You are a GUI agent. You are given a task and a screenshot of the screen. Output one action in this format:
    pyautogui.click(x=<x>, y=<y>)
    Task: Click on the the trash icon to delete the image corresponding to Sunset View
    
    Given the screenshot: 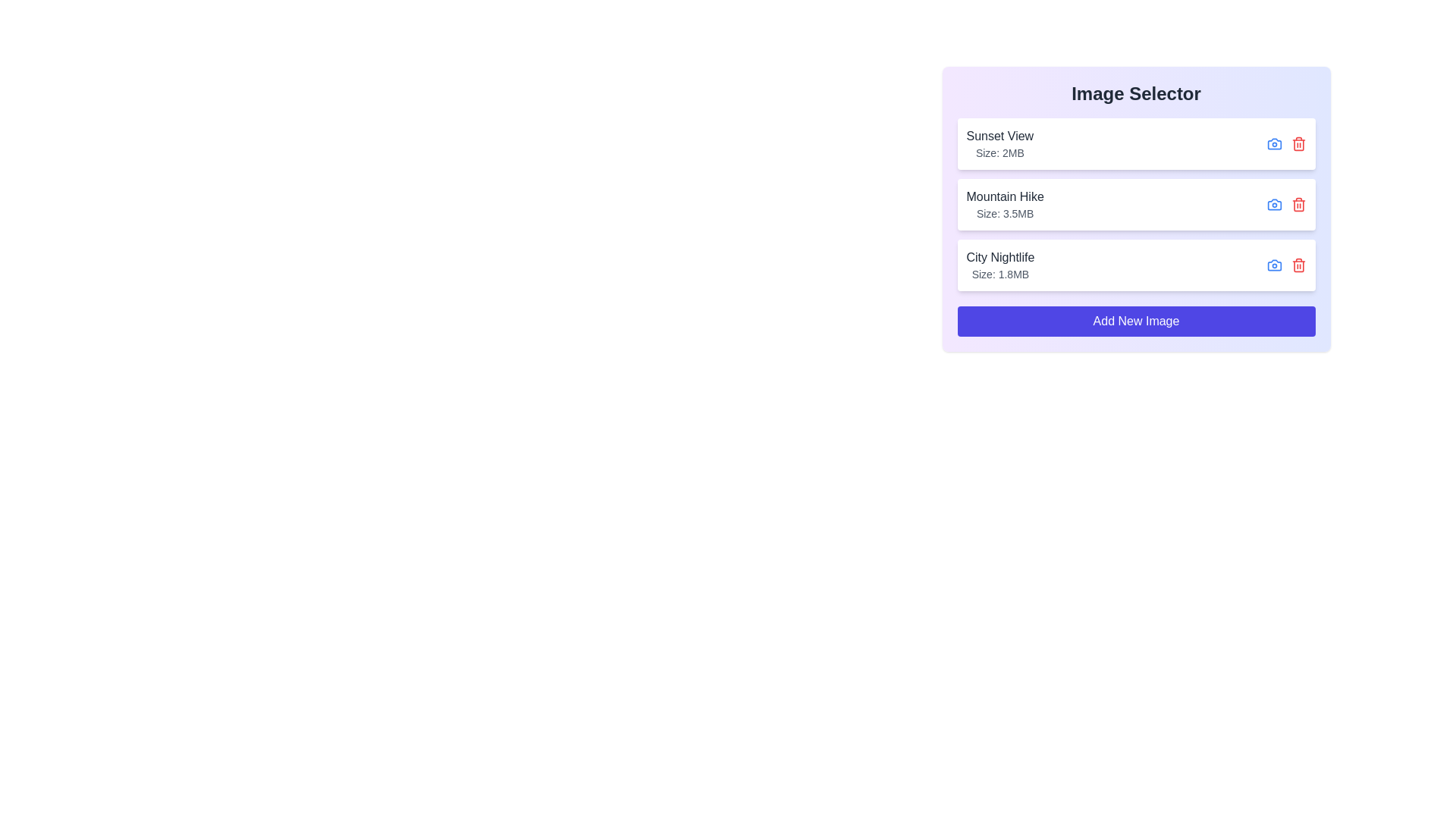 What is the action you would take?
    pyautogui.click(x=1298, y=143)
    